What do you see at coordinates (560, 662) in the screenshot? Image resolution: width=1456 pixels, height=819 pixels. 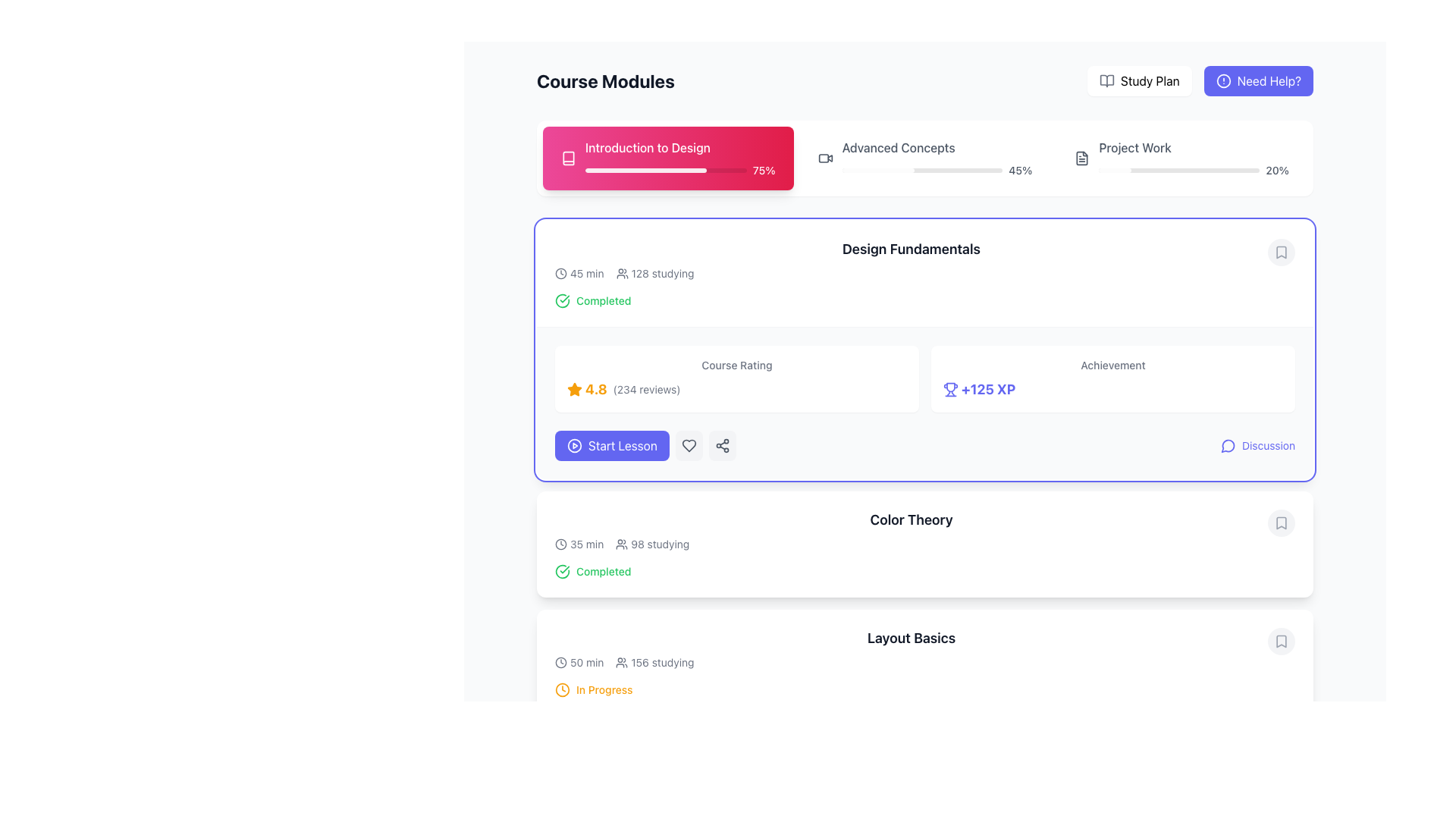 I see `the decorative SVG circle element that serves as the base of the clock icon, located to the left of the text '50 min' and above the text '156 studying' in the 'Layout Basics' module card` at bounding box center [560, 662].